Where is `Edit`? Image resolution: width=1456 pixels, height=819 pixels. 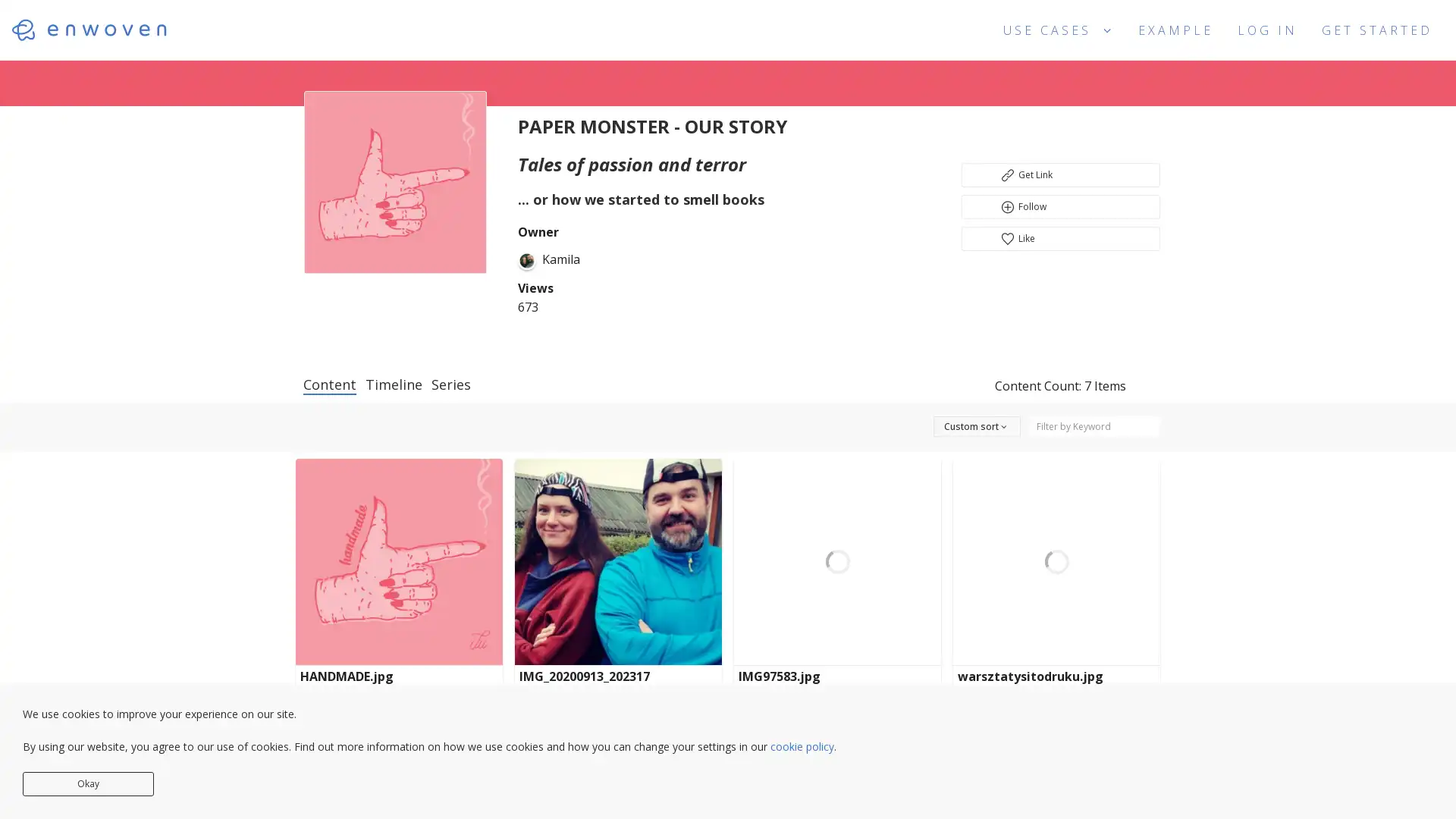 Edit is located at coordinates (399, 721).